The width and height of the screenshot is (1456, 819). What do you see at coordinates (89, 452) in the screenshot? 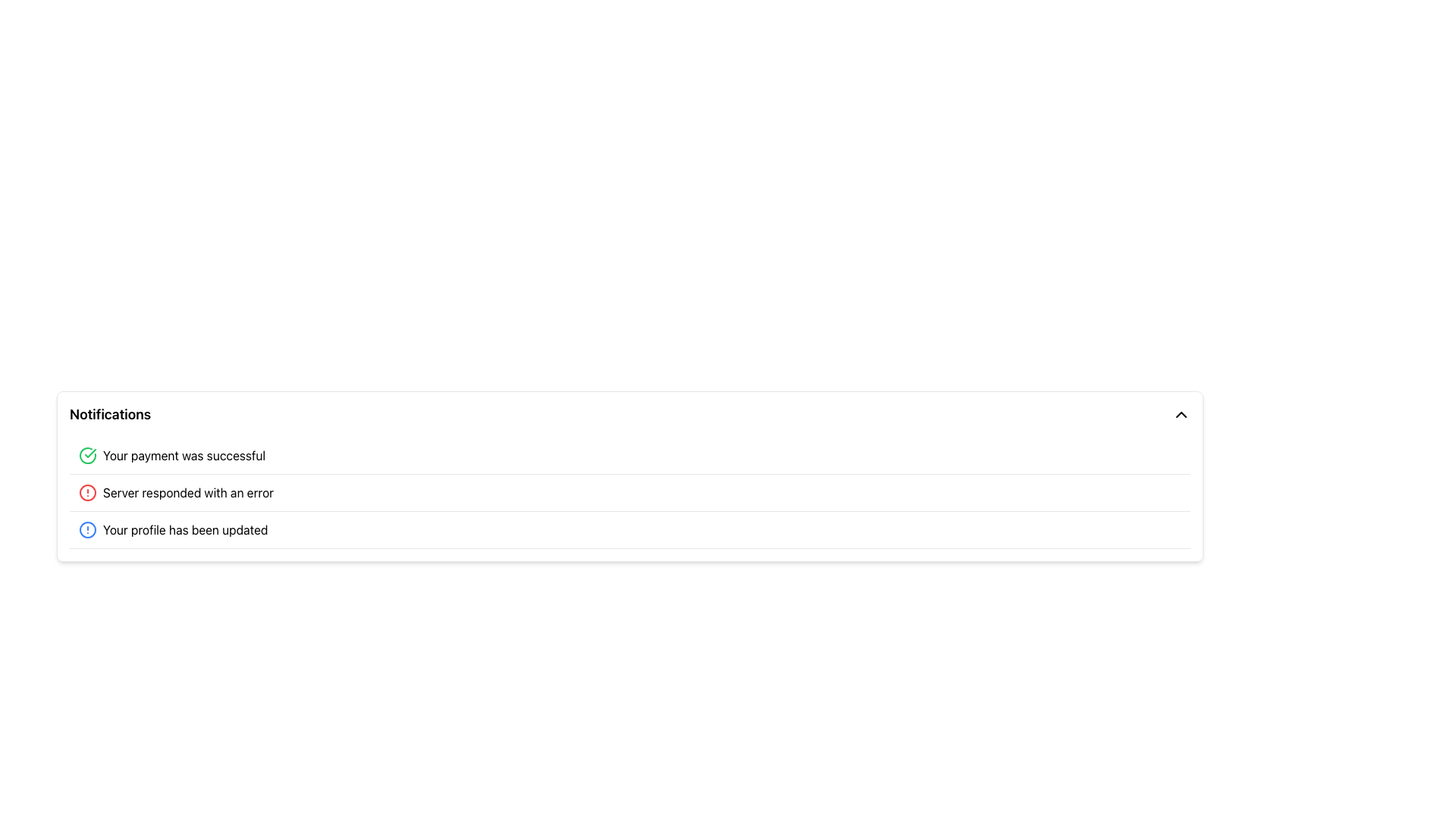
I see `the success icon in the notification list that indicates successful payment processing, which is visually represented by a circular SVG graphic aligned to the left of the text 'Your payment was successful'` at bounding box center [89, 452].